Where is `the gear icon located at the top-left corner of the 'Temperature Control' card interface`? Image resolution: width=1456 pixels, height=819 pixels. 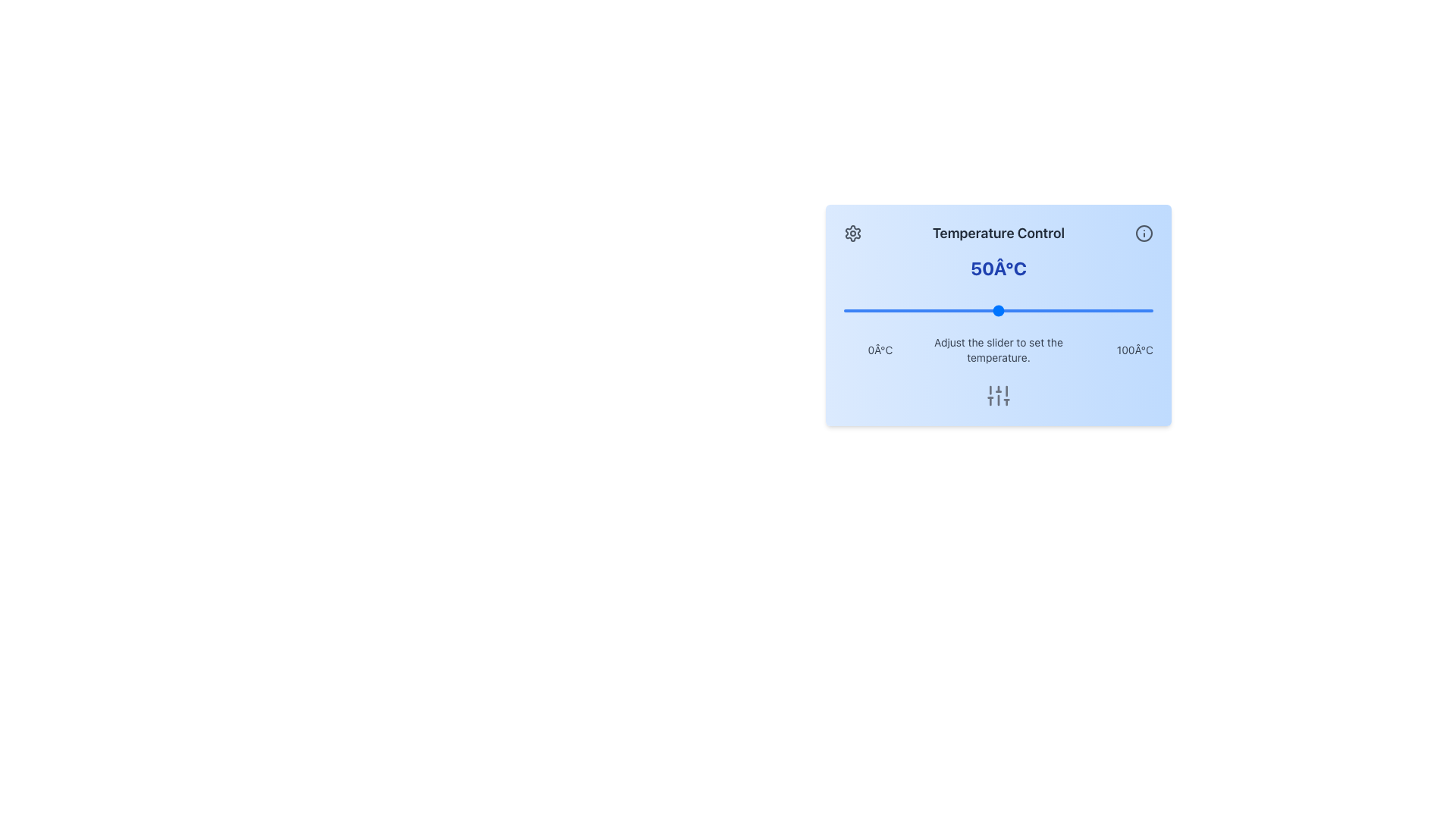 the gear icon located at the top-left corner of the 'Temperature Control' card interface is located at coordinates (852, 234).